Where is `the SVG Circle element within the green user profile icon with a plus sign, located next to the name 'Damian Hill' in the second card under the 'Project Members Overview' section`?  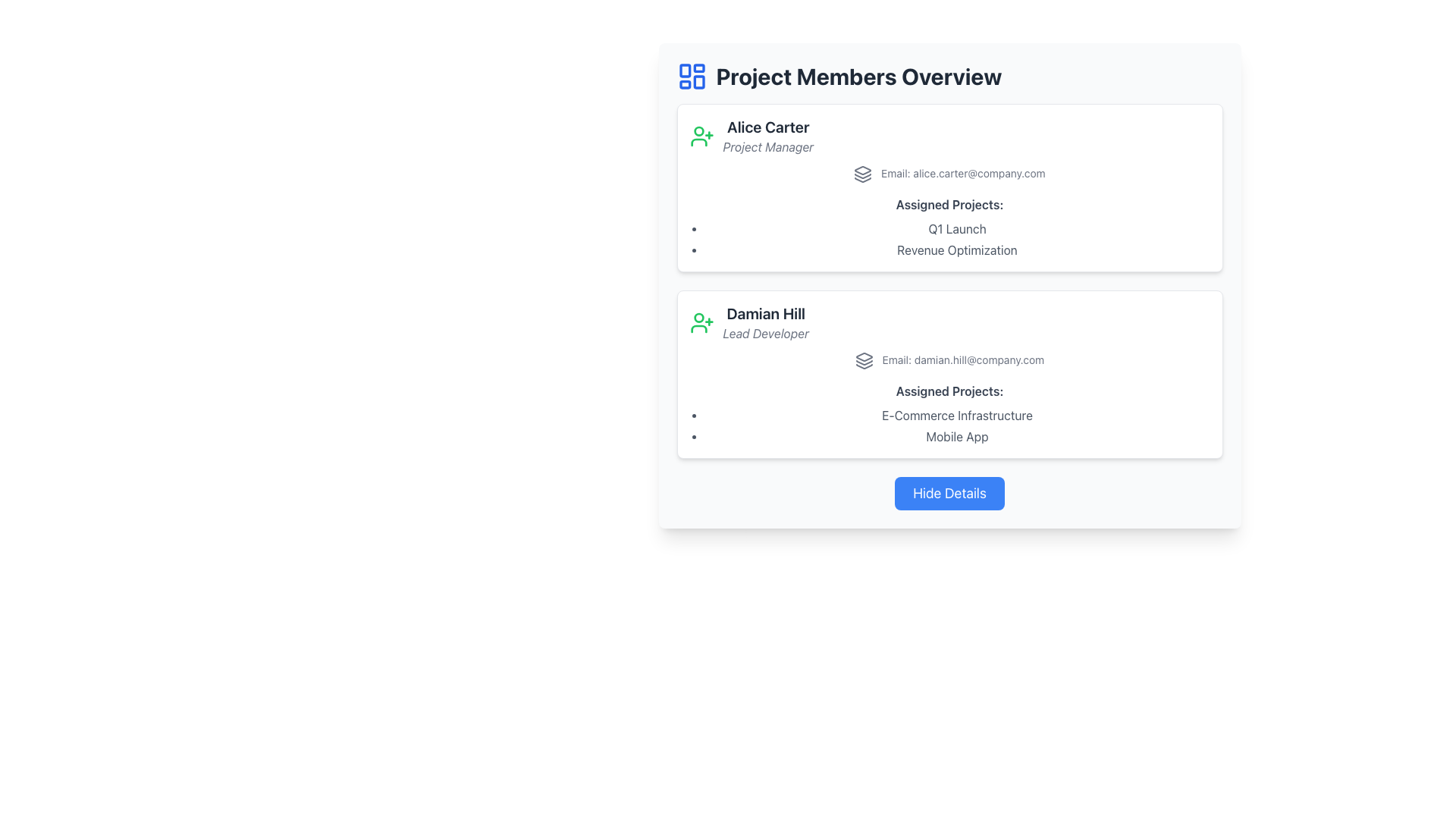 the SVG Circle element within the green user profile icon with a plus sign, located next to the name 'Damian Hill' in the second card under the 'Project Members Overview' section is located at coordinates (698, 317).